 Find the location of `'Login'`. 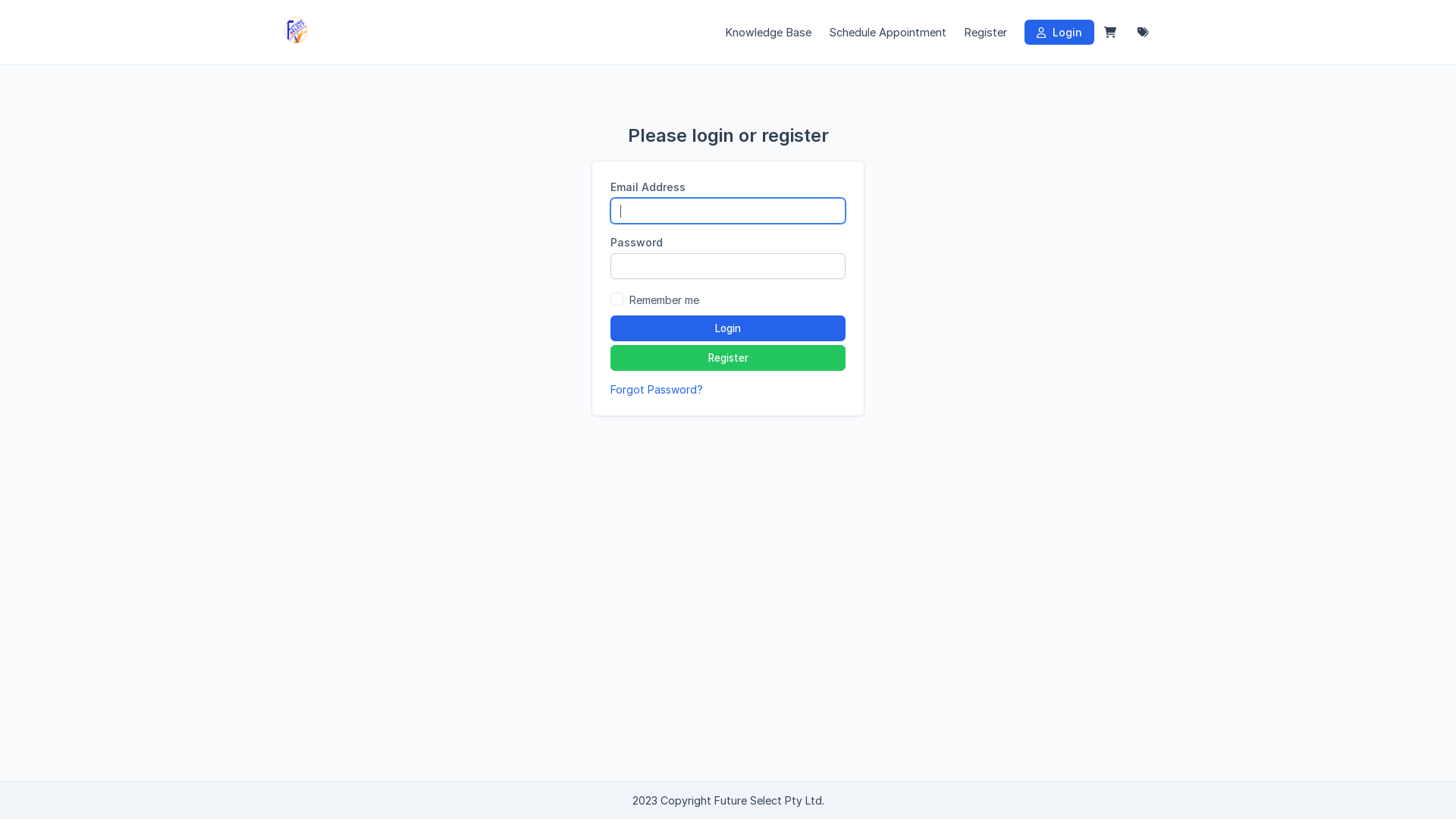

'Login' is located at coordinates (610, 327).